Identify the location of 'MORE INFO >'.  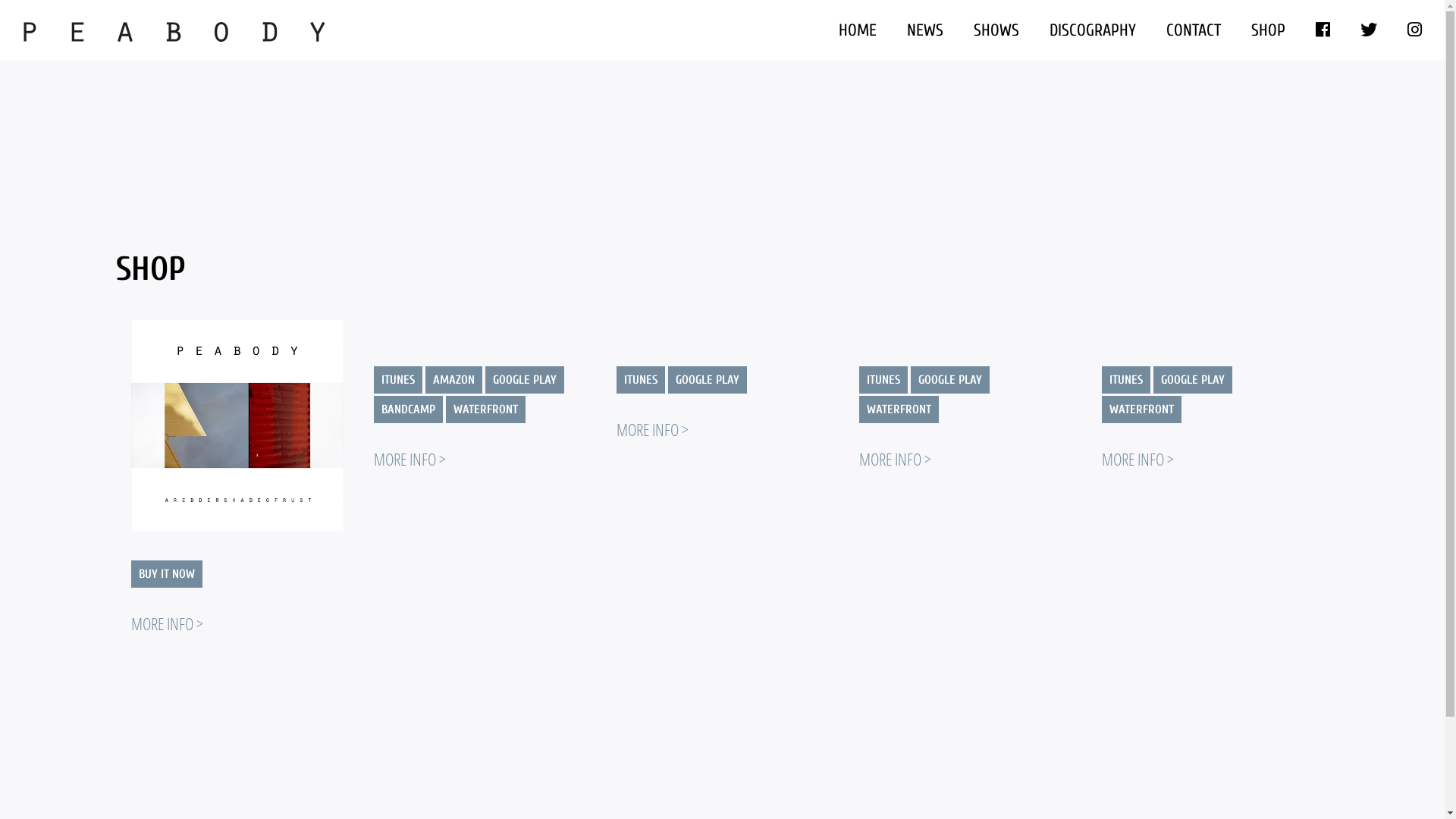
(166, 623).